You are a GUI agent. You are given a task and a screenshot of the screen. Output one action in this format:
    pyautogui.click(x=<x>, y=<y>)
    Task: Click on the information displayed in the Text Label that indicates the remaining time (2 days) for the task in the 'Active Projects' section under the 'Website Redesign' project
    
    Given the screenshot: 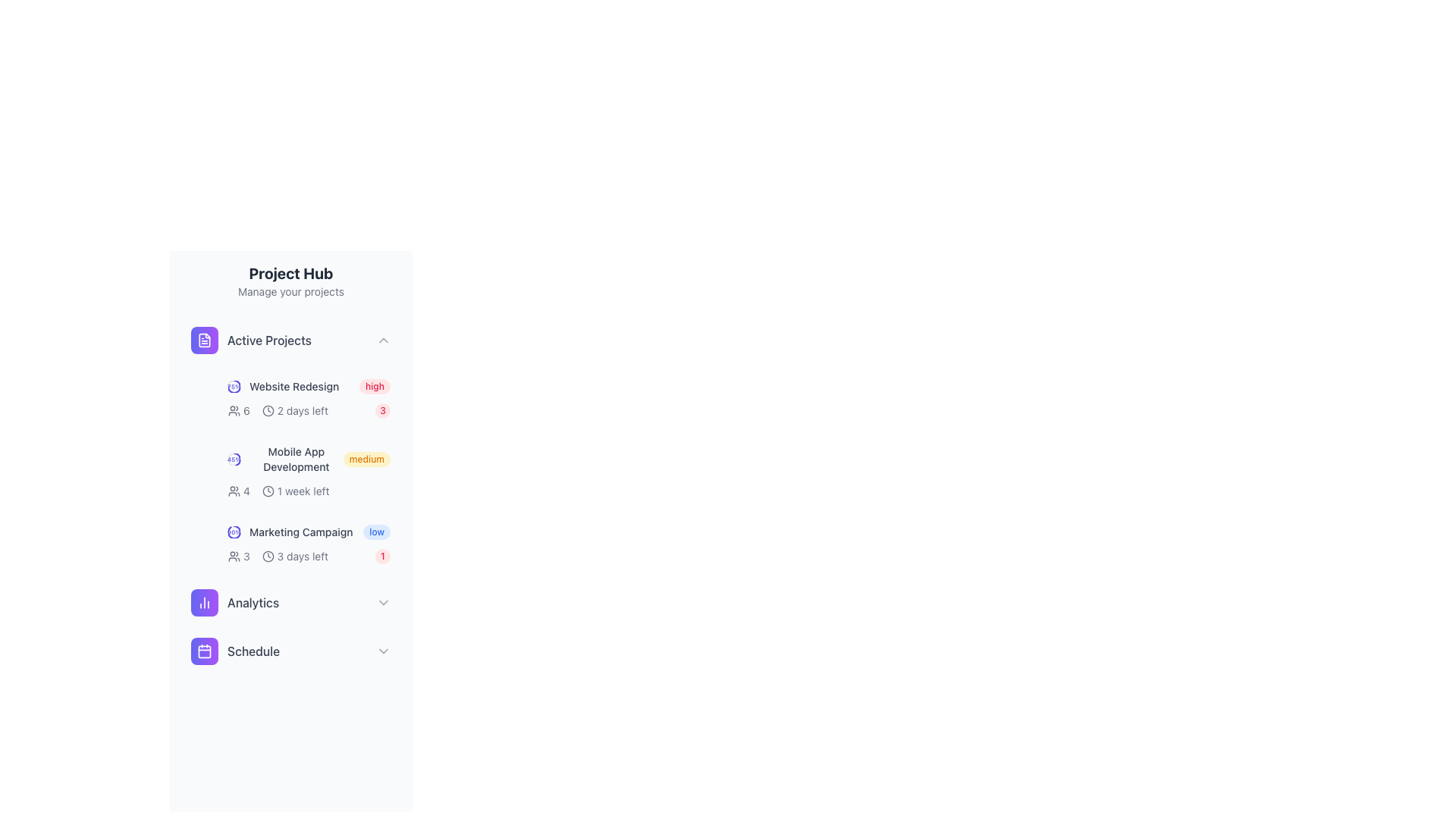 What is the action you would take?
    pyautogui.click(x=303, y=411)
    